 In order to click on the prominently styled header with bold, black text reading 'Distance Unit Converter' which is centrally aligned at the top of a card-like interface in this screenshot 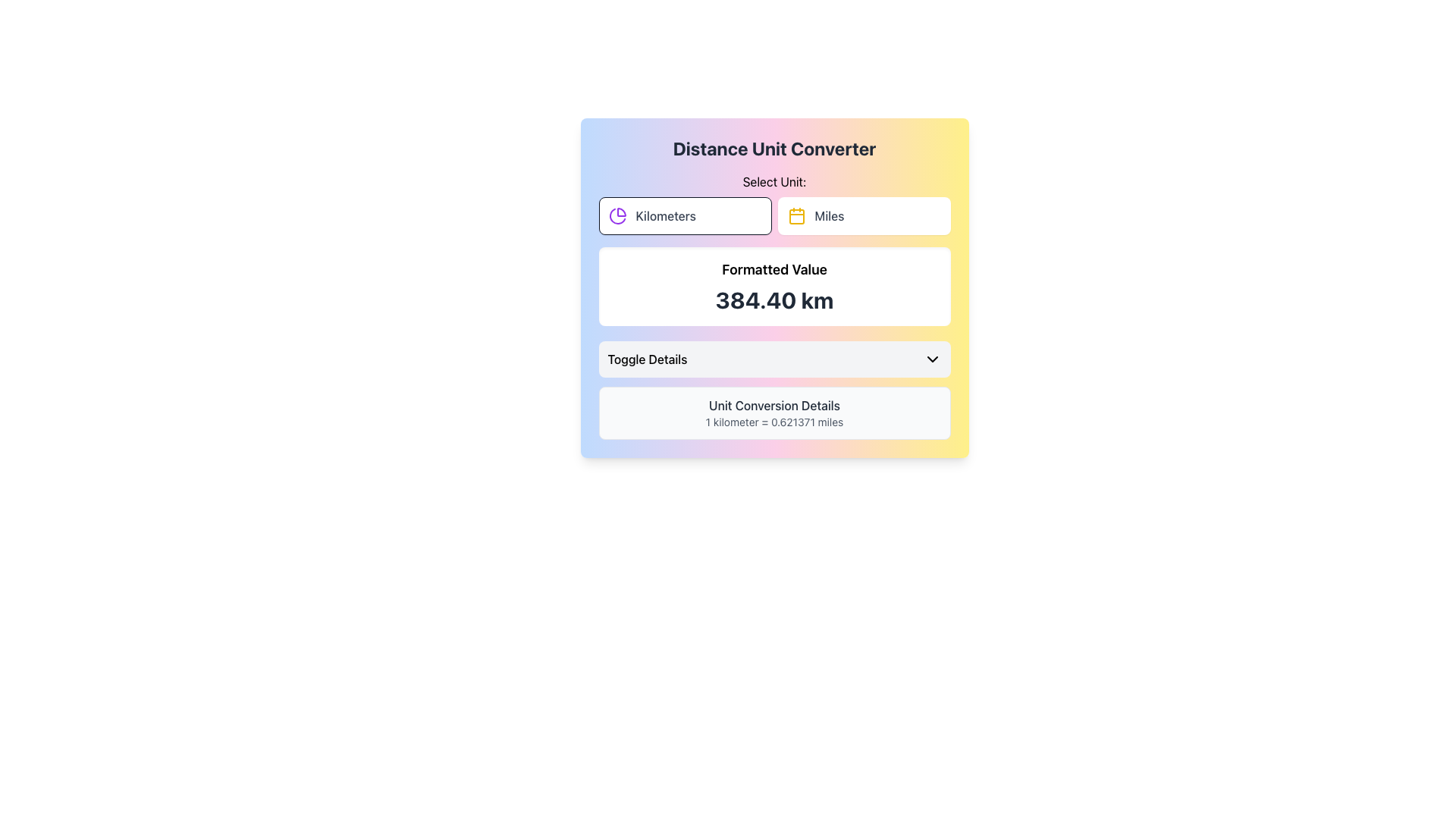, I will do `click(774, 149)`.